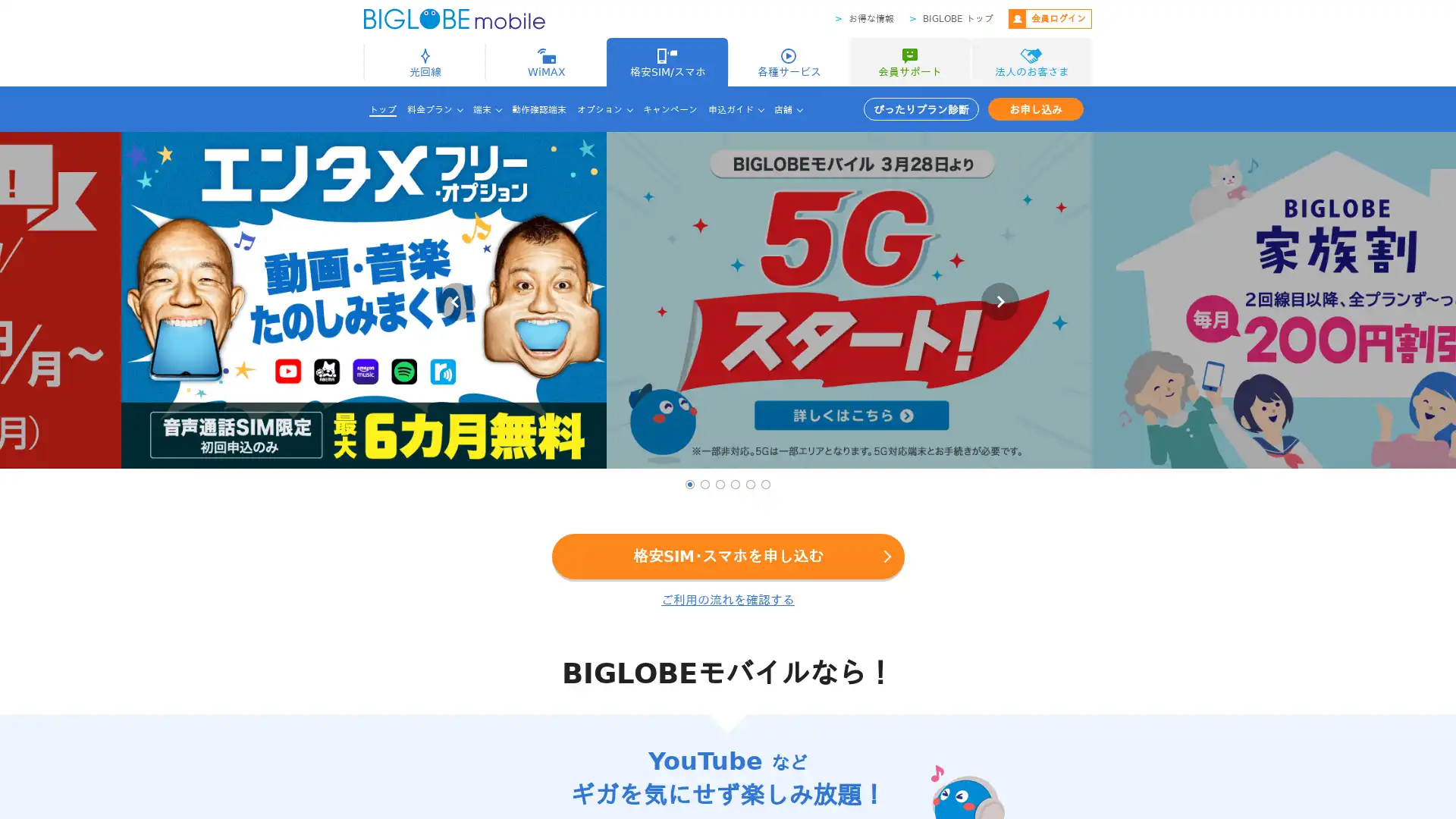  Describe the element at coordinates (750, 485) in the screenshot. I see `5` at that location.